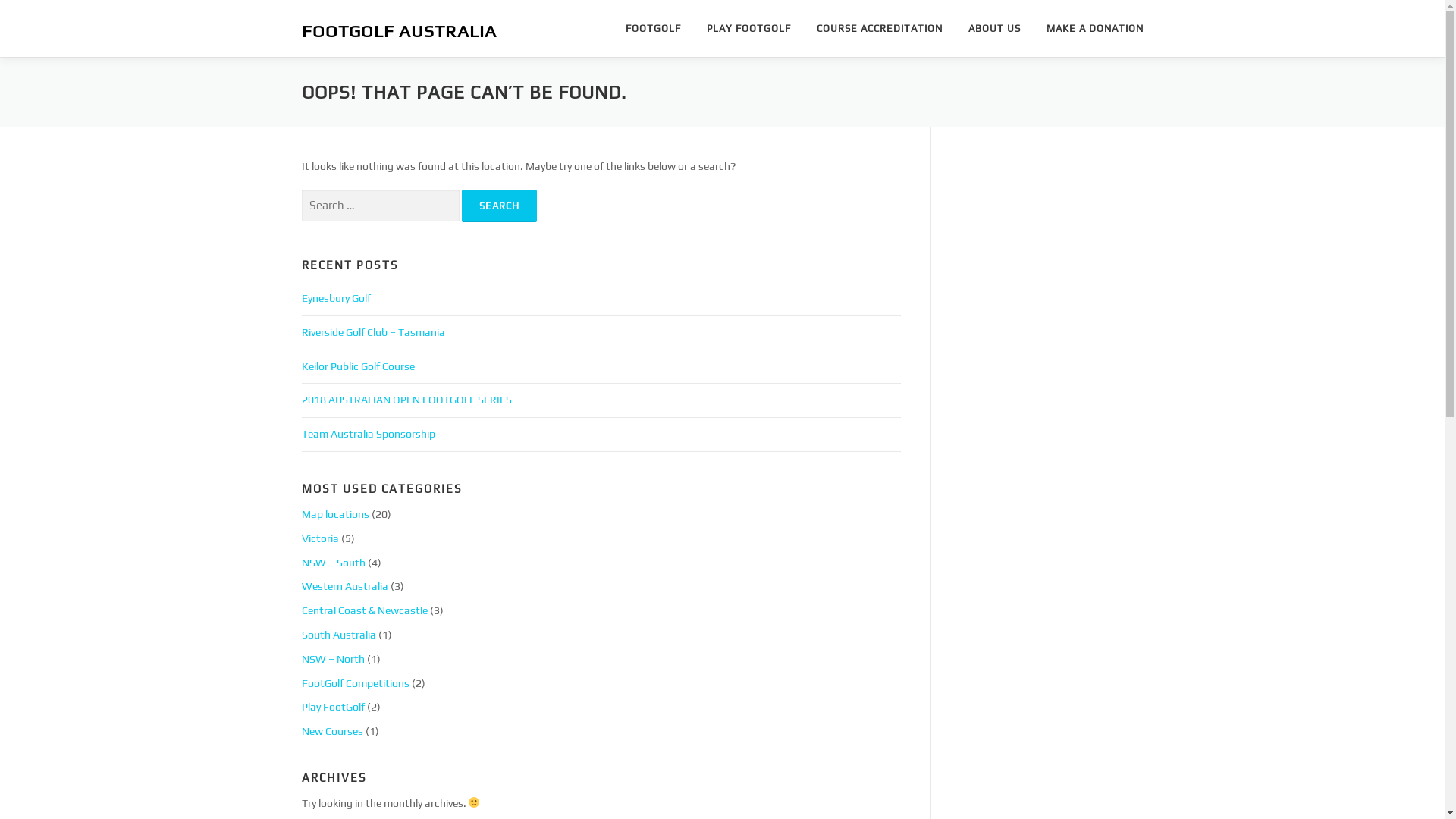 This screenshot has width=1456, height=819. What do you see at coordinates (334, 513) in the screenshot?
I see `'Map locations'` at bounding box center [334, 513].